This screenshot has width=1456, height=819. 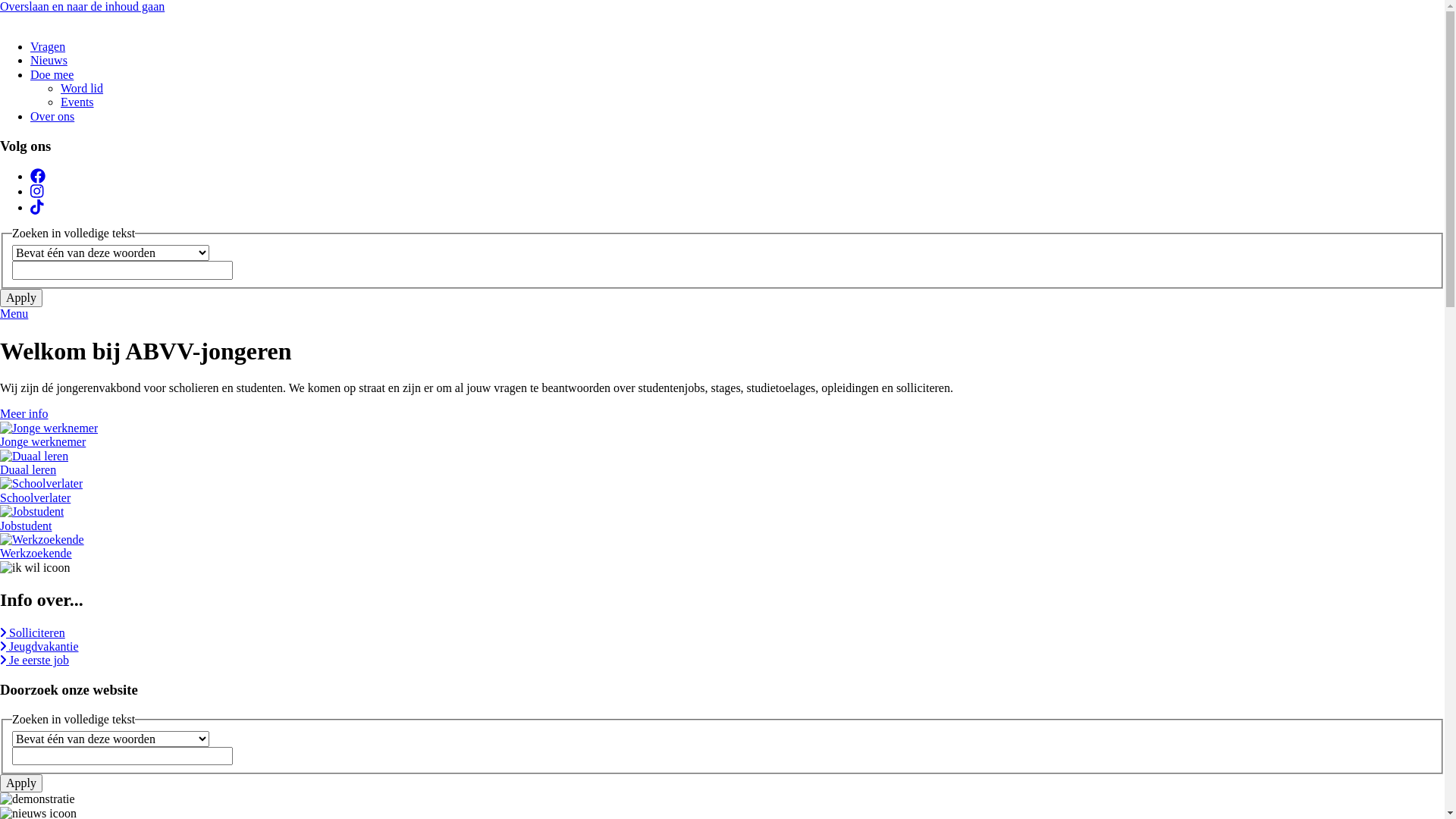 I want to click on 'Vragen', so click(x=47, y=45).